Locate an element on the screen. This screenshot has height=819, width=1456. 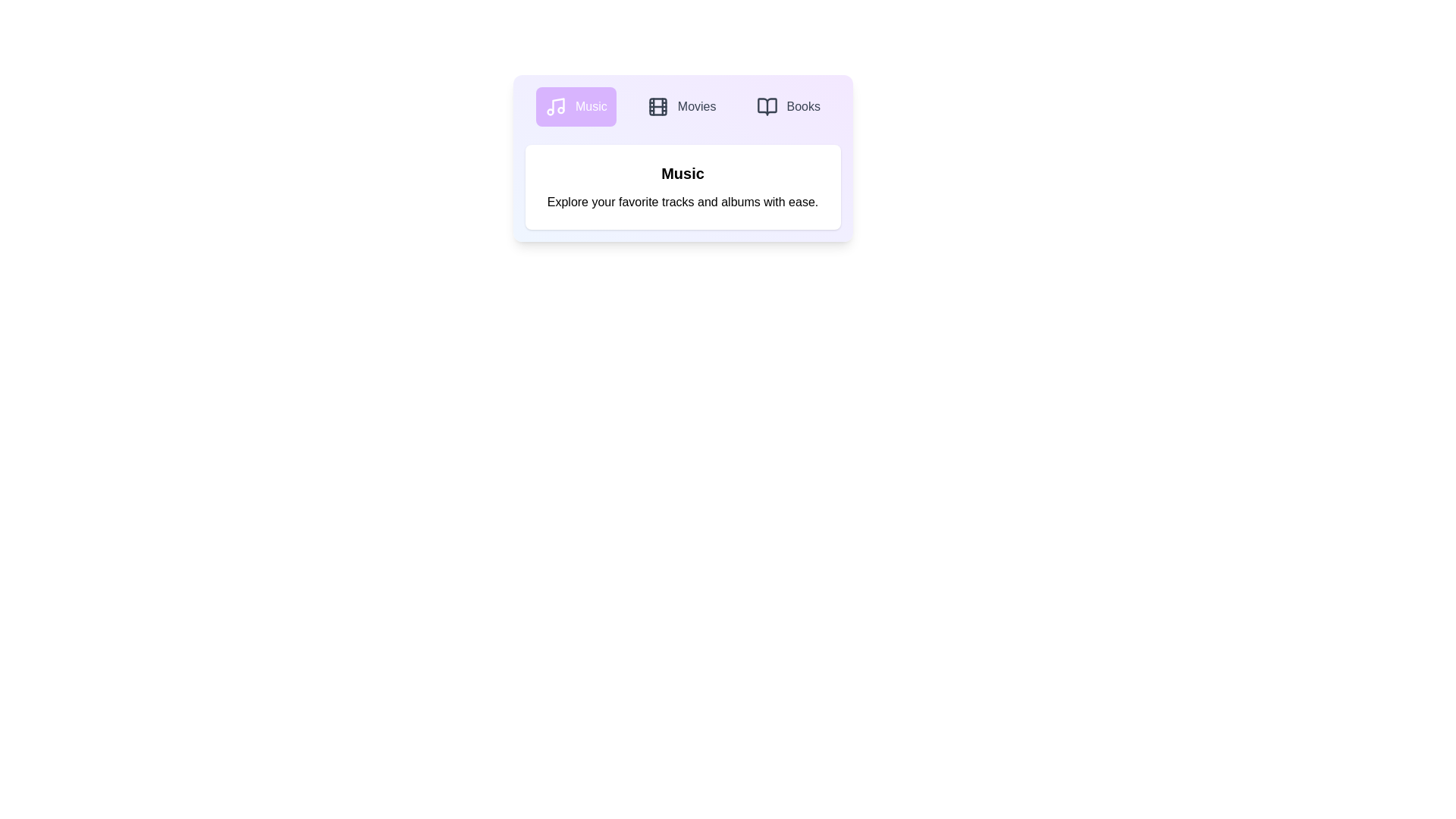
the Books tab to explore its content is located at coordinates (787, 106).